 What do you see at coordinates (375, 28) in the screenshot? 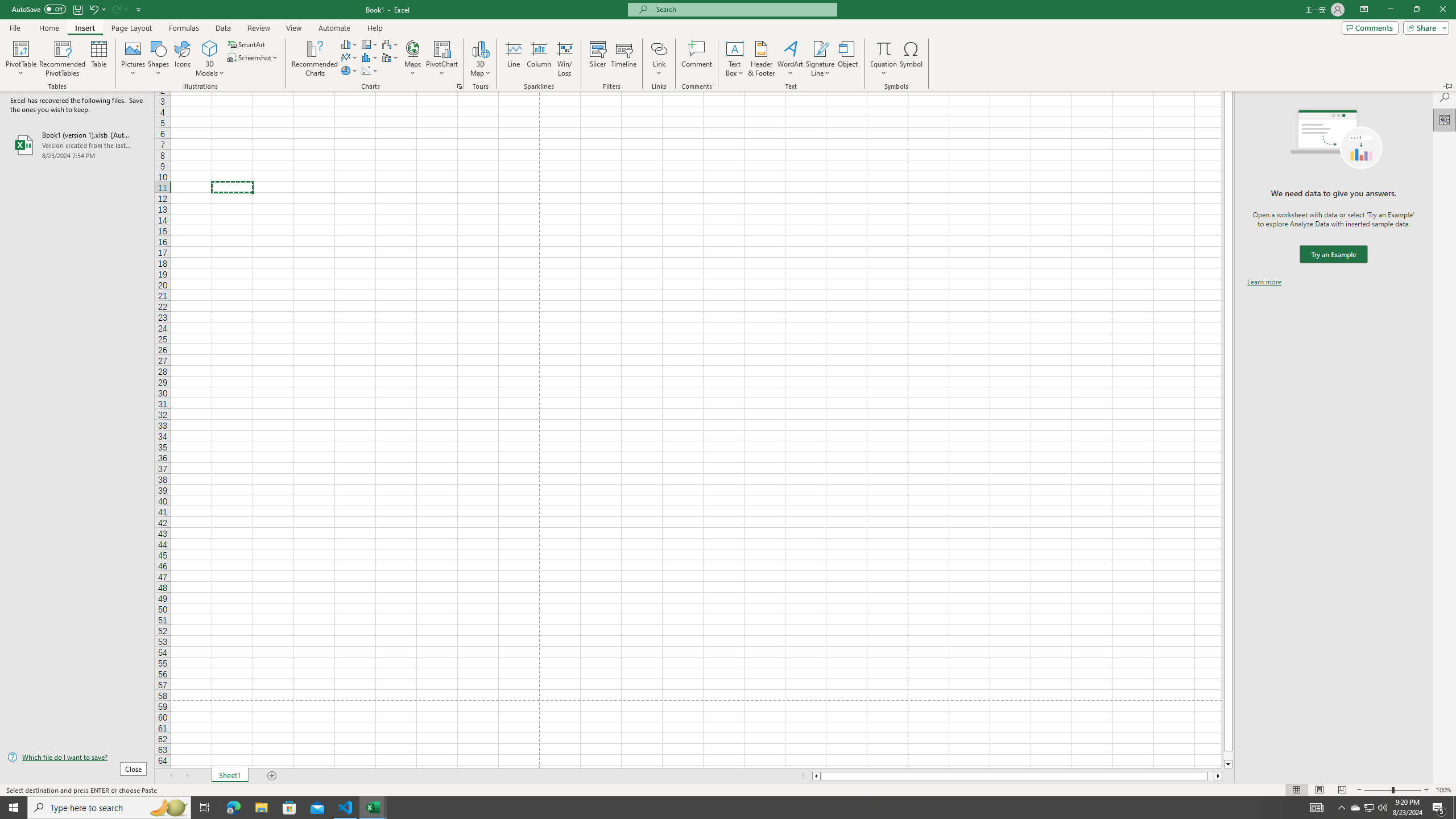
I see `'Help'` at bounding box center [375, 28].